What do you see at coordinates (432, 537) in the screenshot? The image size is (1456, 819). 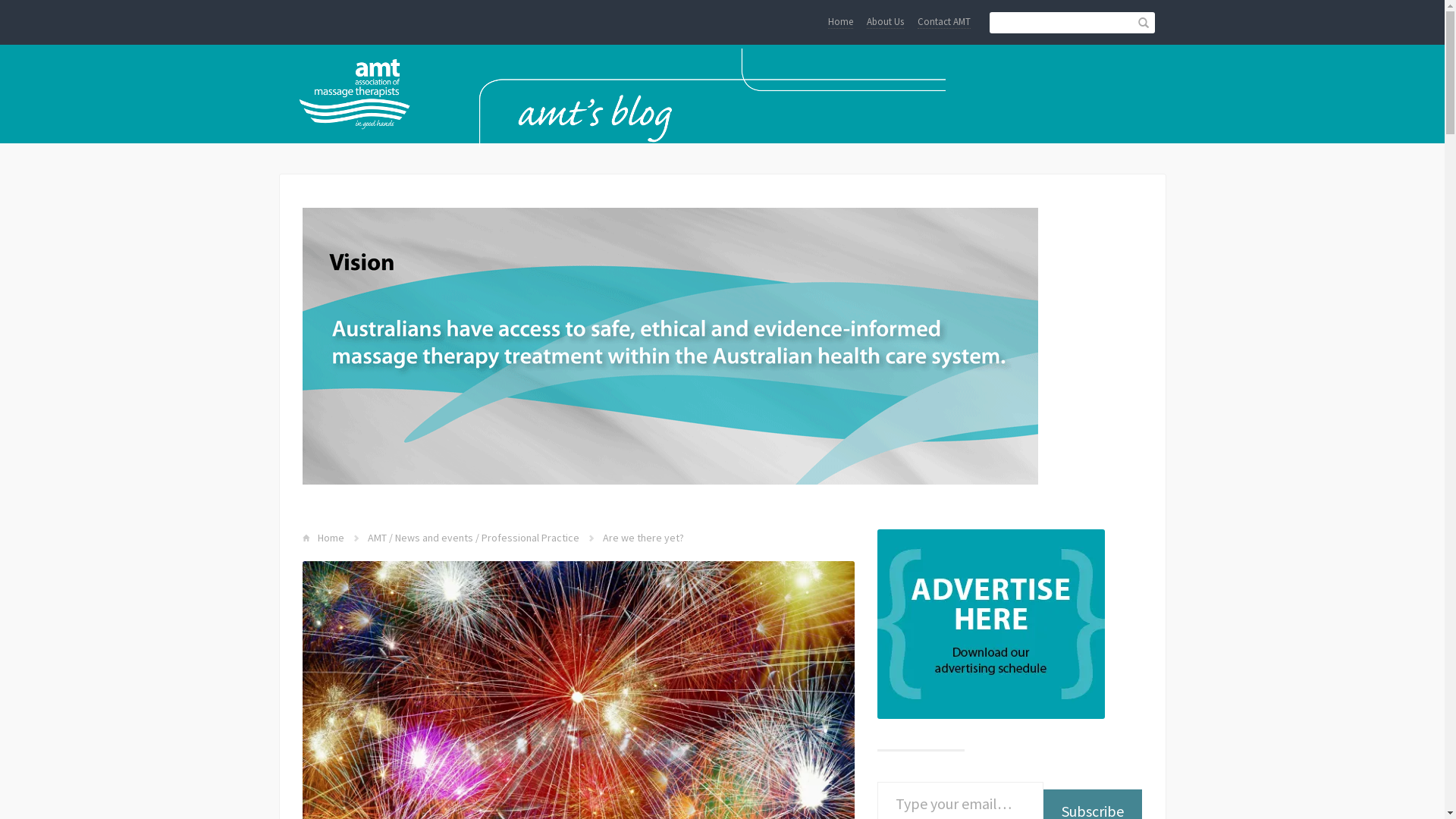 I see `'News and events'` at bounding box center [432, 537].